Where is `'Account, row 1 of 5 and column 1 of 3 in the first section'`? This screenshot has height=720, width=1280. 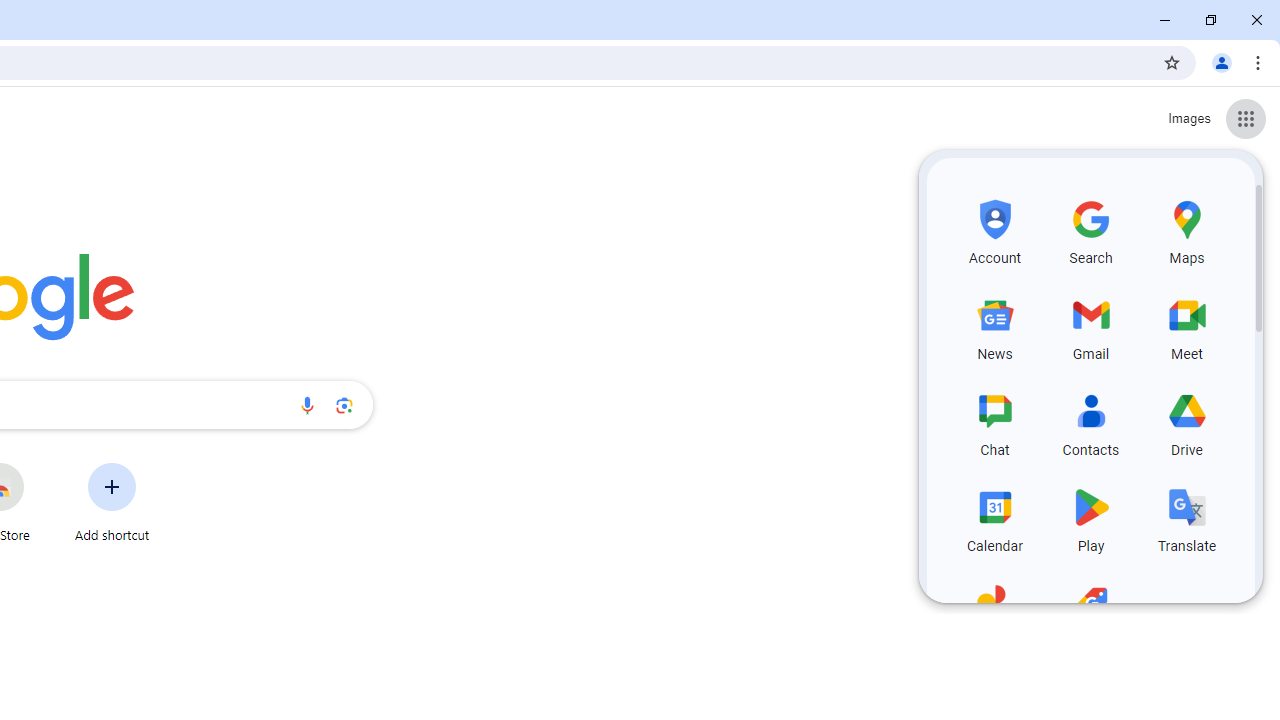
'Account, row 1 of 5 and column 1 of 3 in the first section' is located at coordinates (995, 229).